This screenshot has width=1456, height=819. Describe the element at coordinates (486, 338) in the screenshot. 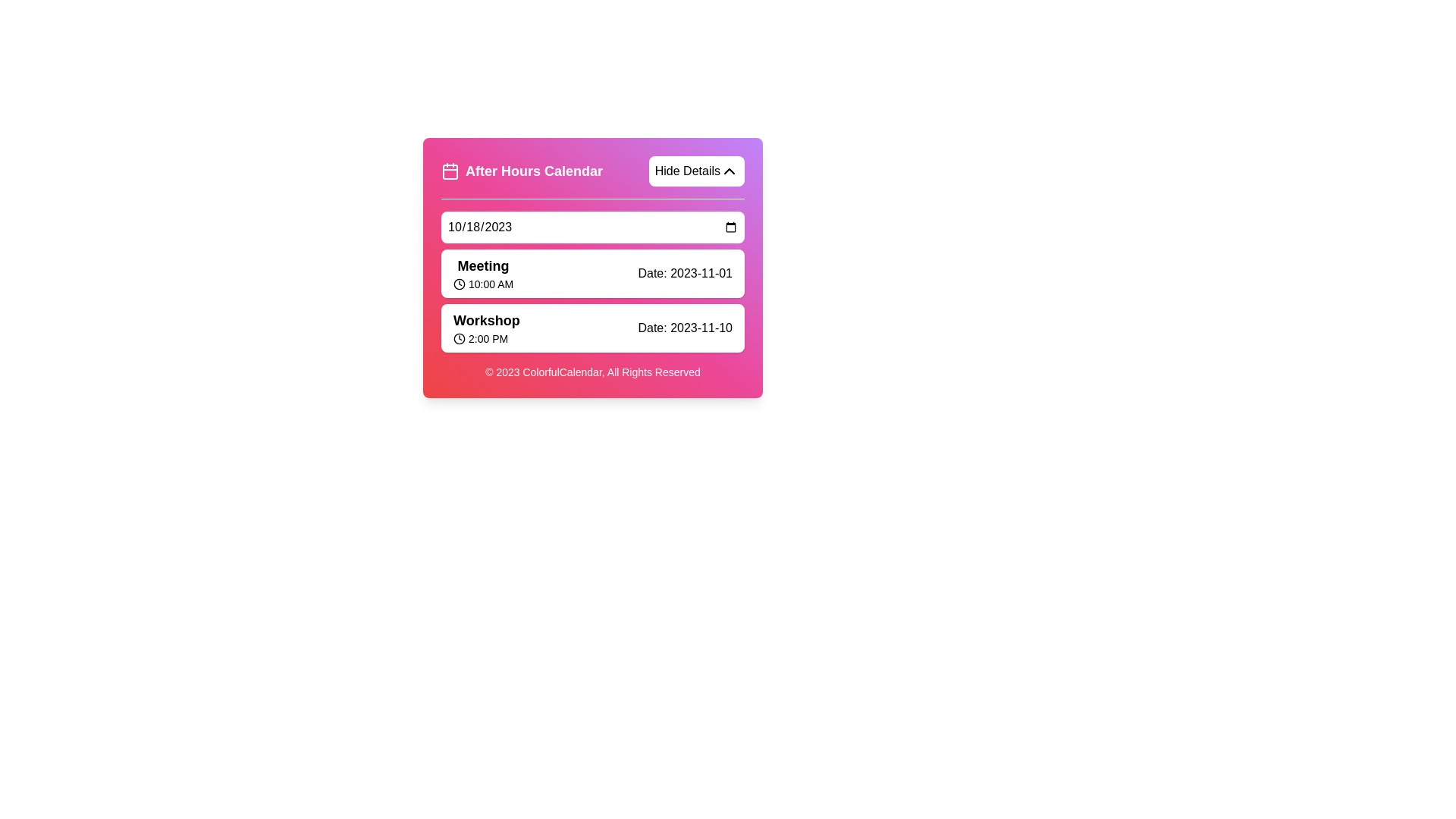

I see `the scheduled time text for the workshop, which is displayed in the format '2:00 PM' and is positioned below the 'Workshop' title text and to the right of the clock icon` at that location.